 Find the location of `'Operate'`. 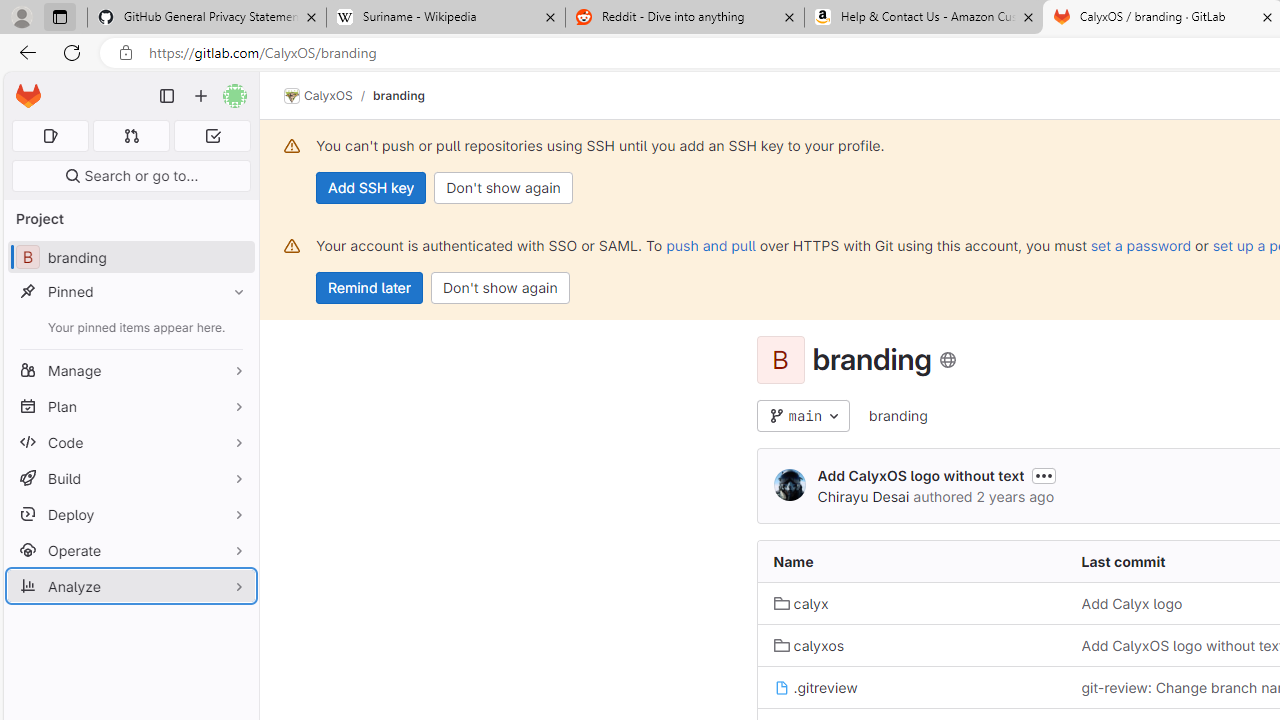

'Operate' is located at coordinates (130, 550).